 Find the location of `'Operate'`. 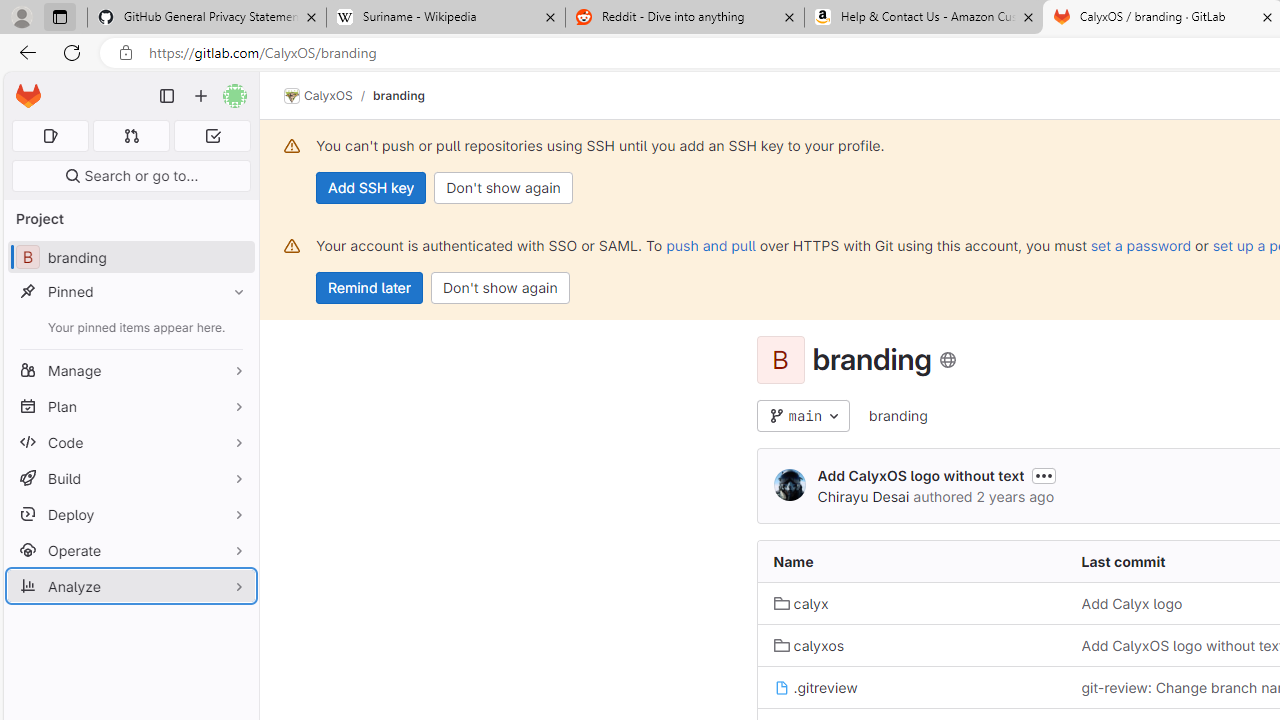

'Operate' is located at coordinates (130, 550).